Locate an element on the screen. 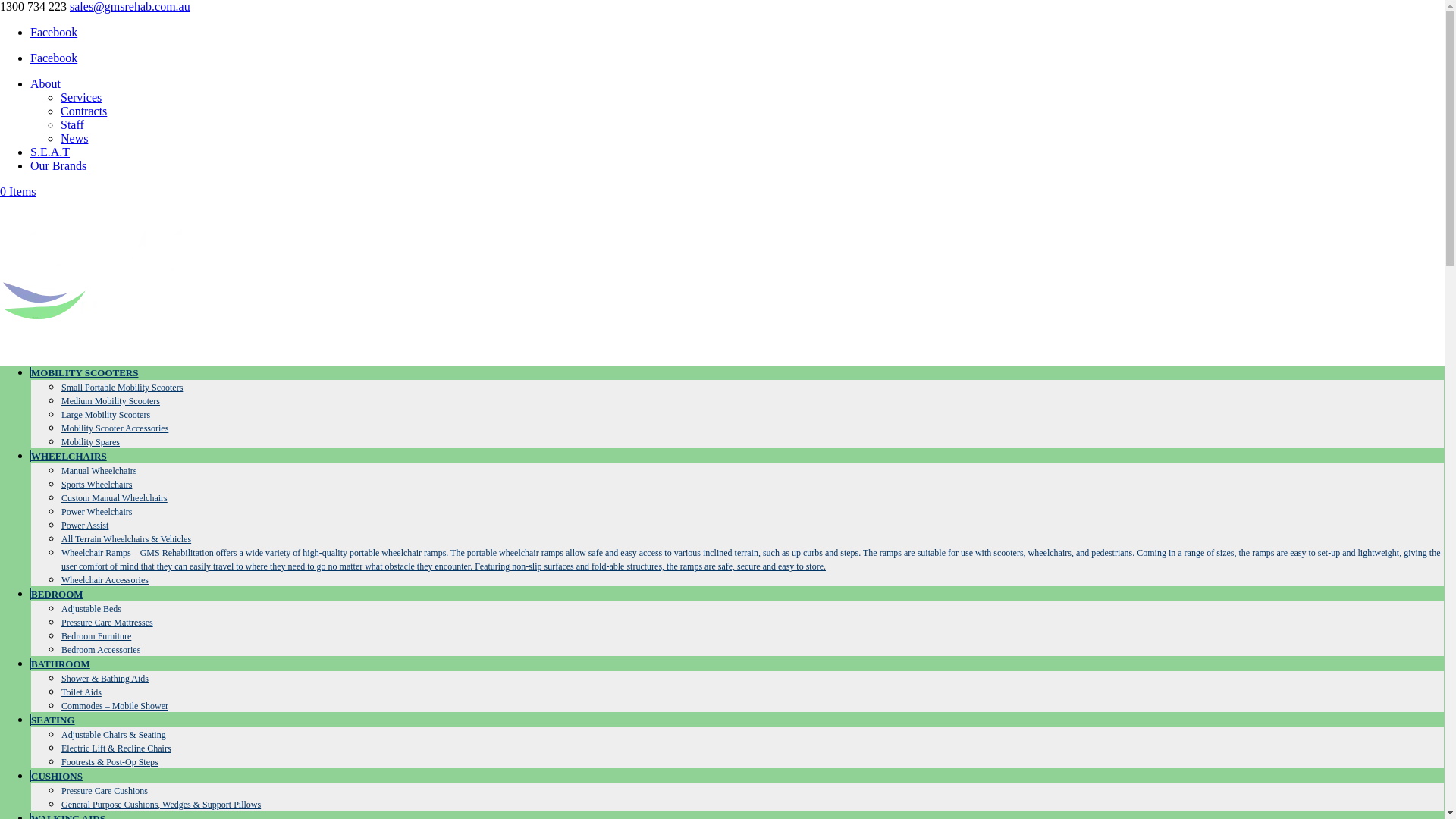 The width and height of the screenshot is (1456, 819). 'Facebook' is located at coordinates (54, 32).